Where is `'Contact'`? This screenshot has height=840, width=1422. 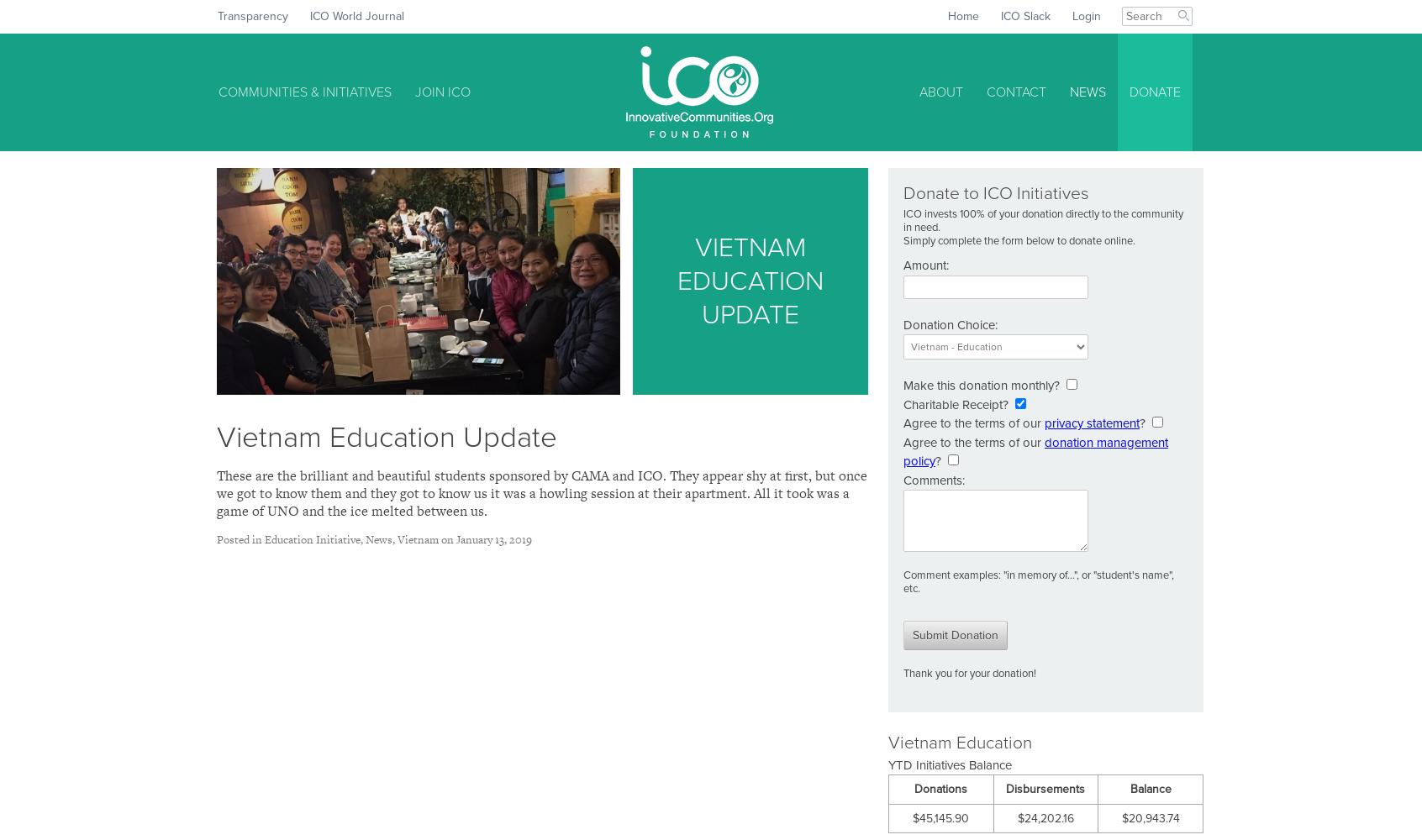 'Contact' is located at coordinates (1016, 92).